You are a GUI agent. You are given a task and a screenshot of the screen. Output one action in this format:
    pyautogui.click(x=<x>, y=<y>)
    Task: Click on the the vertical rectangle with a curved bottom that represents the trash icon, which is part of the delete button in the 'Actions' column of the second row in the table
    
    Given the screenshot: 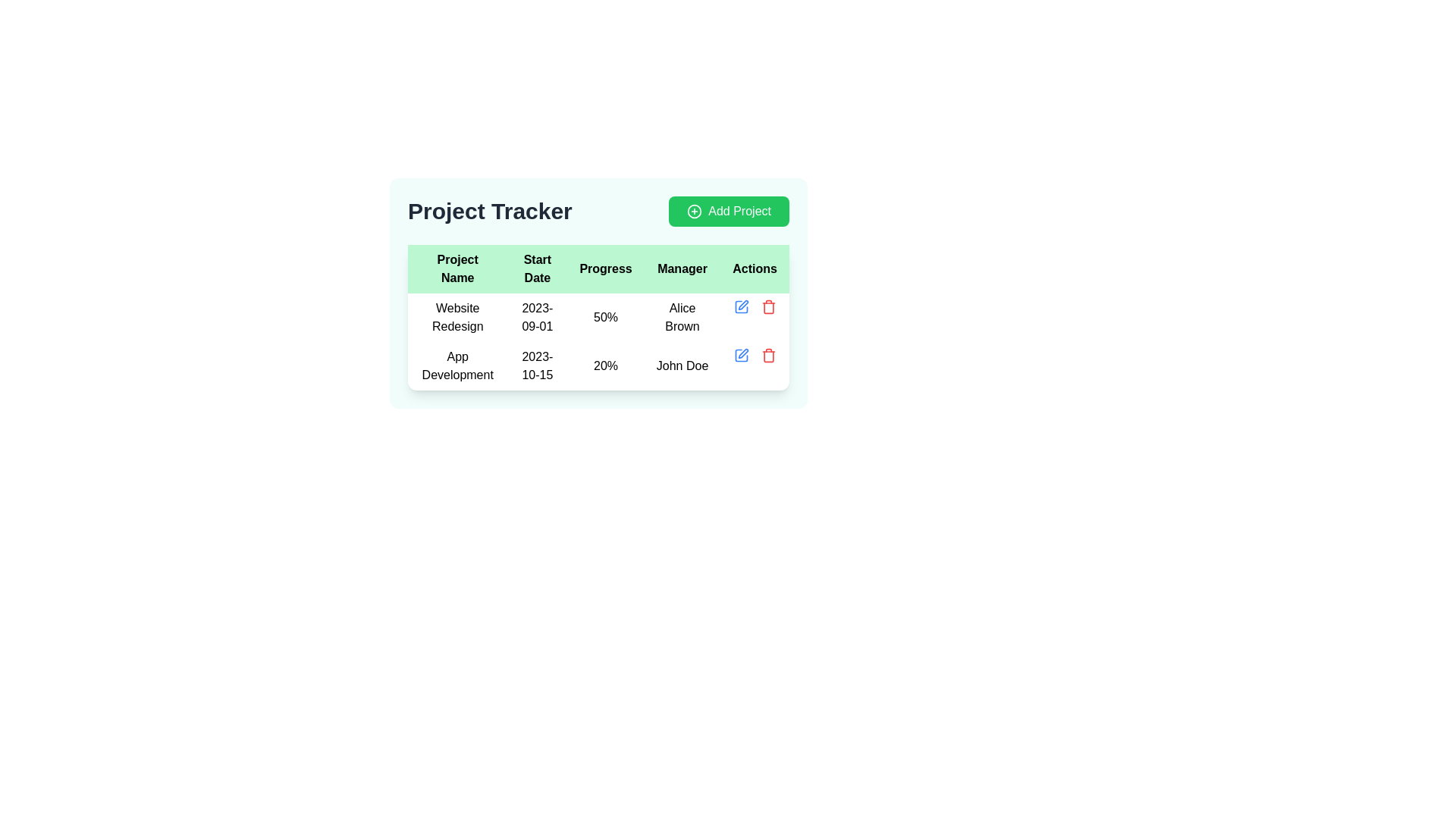 What is the action you would take?
    pyautogui.click(x=768, y=356)
    